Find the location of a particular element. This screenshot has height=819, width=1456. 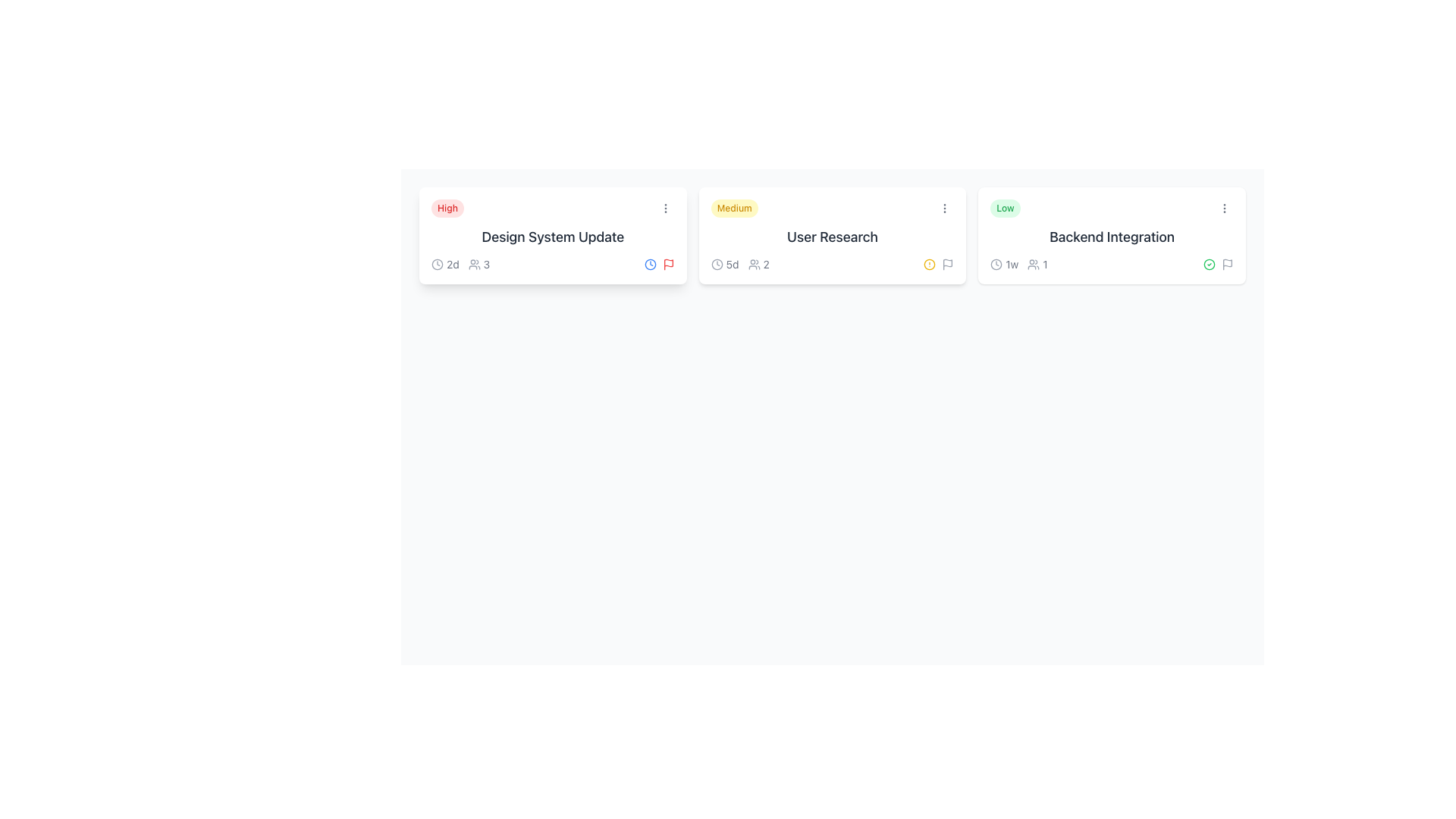

the Informational item containing a time icon with '5d' and a users icon with '2', located in the 'User Research' card under the yellow 'Medium' tag is located at coordinates (740, 263).